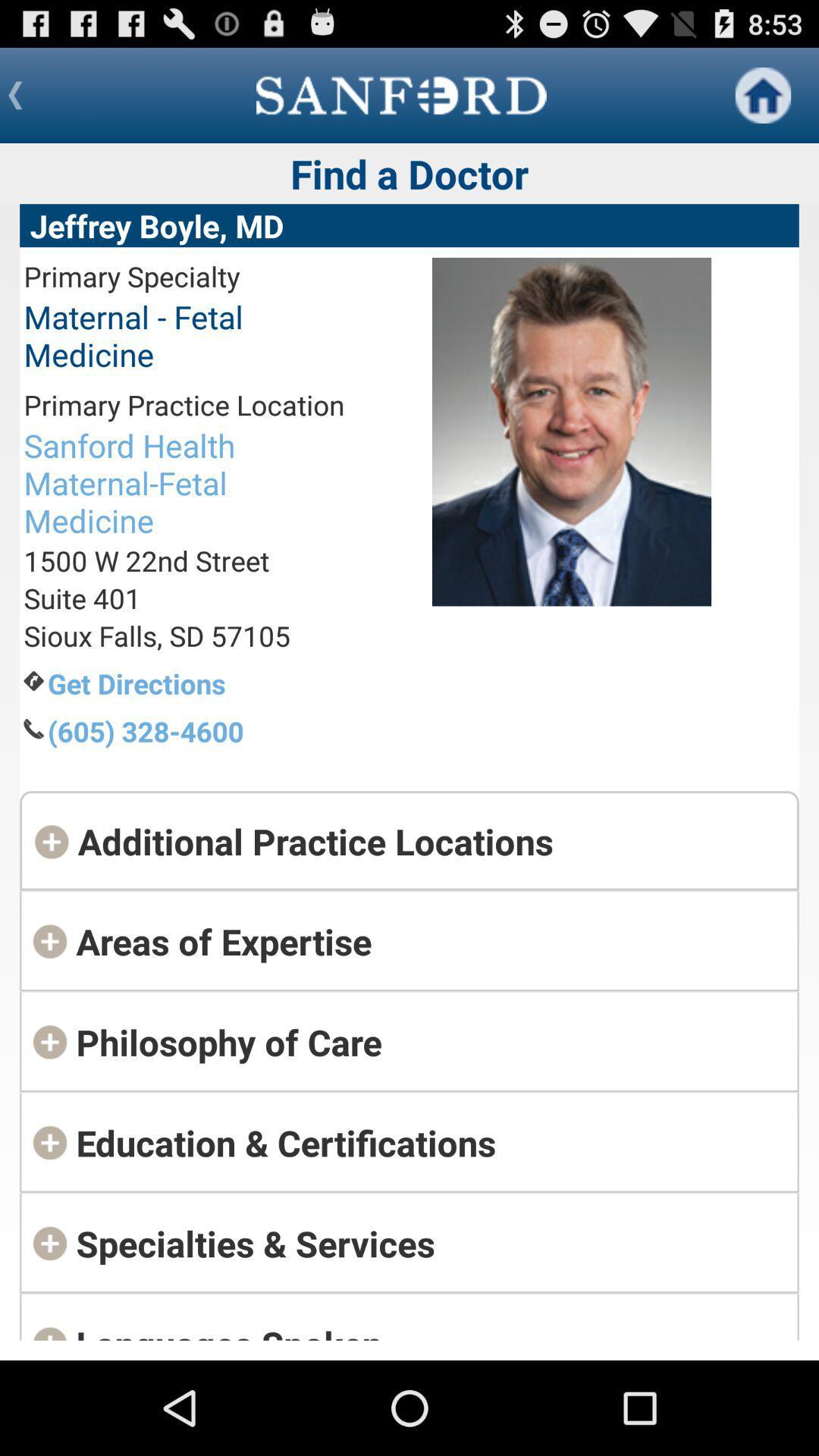 The width and height of the screenshot is (819, 1456). Describe the element at coordinates (195, 682) in the screenshot. I see `the get directions app` at that location.